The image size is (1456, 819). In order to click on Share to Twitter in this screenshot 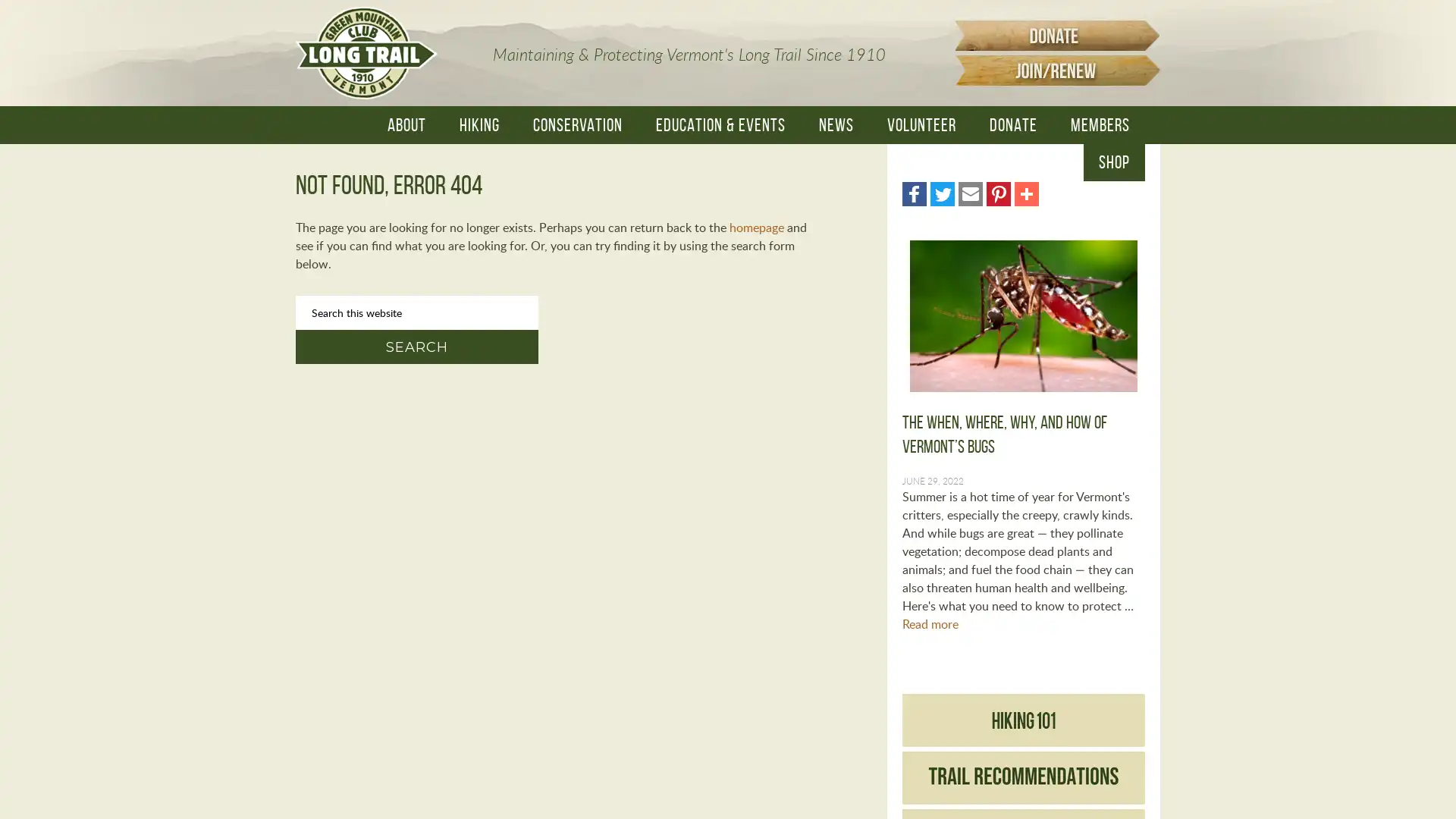, I will do `click(942, 193)`.